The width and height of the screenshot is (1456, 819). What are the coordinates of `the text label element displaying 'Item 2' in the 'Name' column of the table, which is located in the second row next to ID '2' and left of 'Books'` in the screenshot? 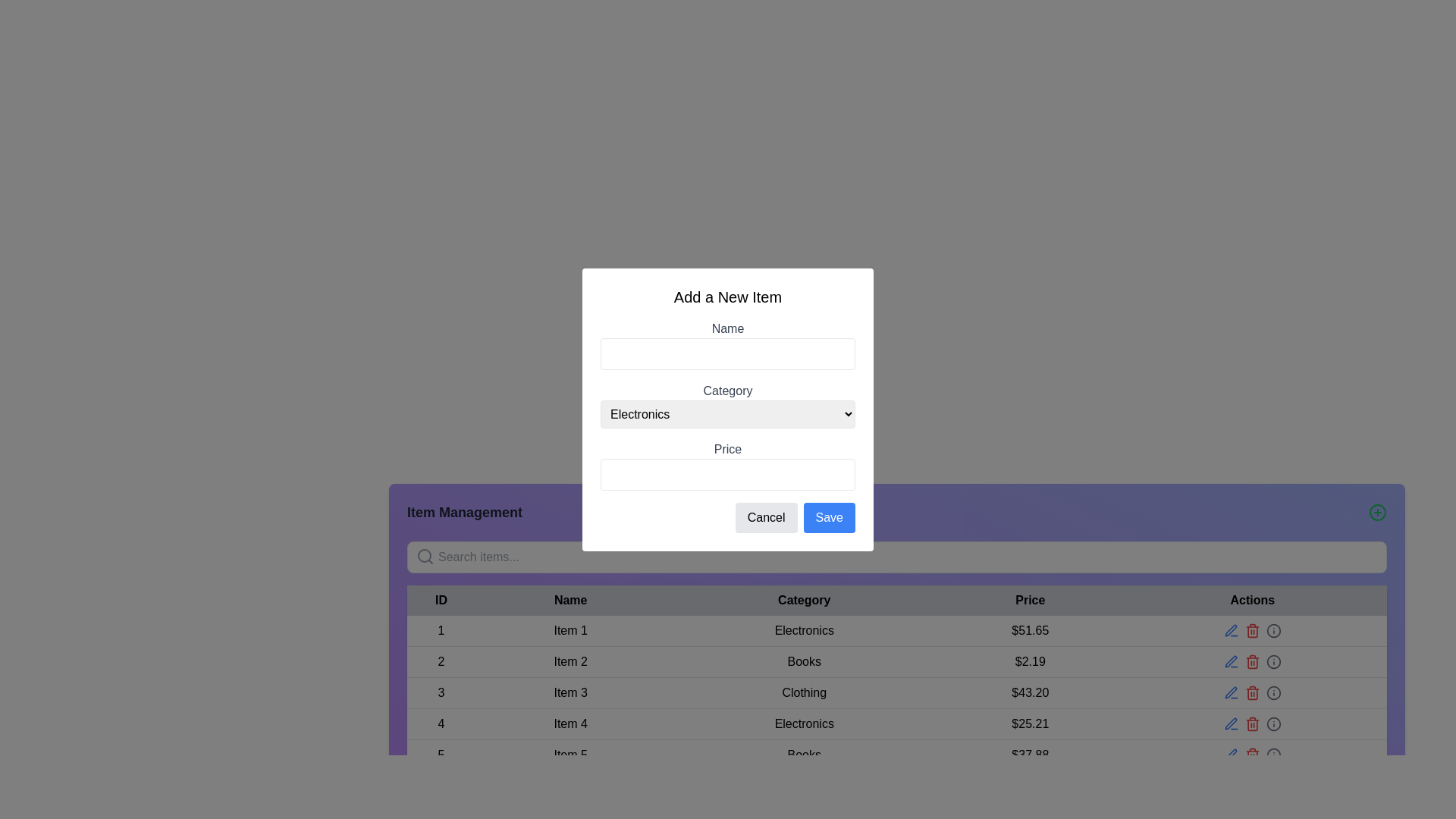 It's located at (570, 661).